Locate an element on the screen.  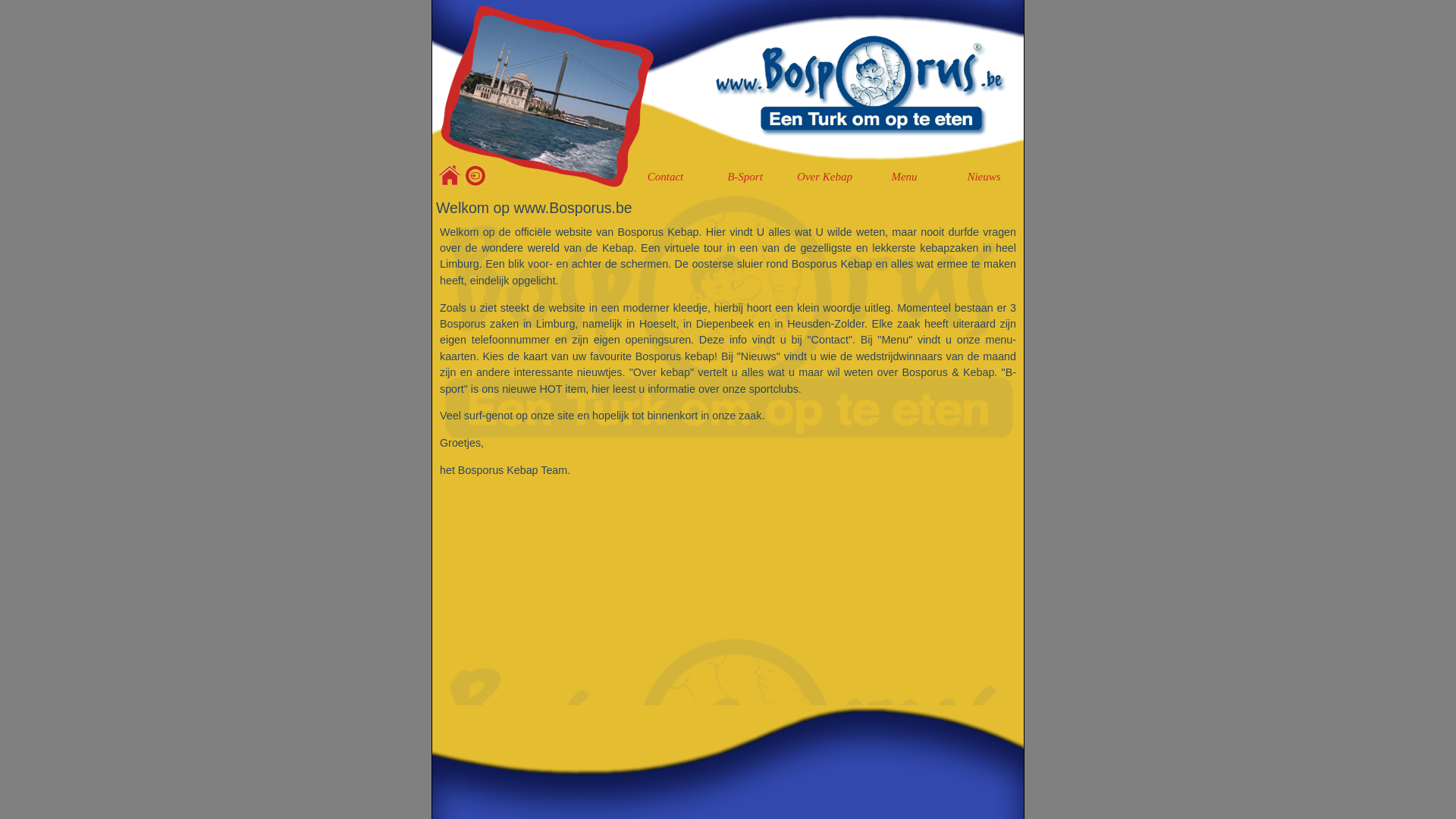
'Contact' is located at coordinates (665, 177).